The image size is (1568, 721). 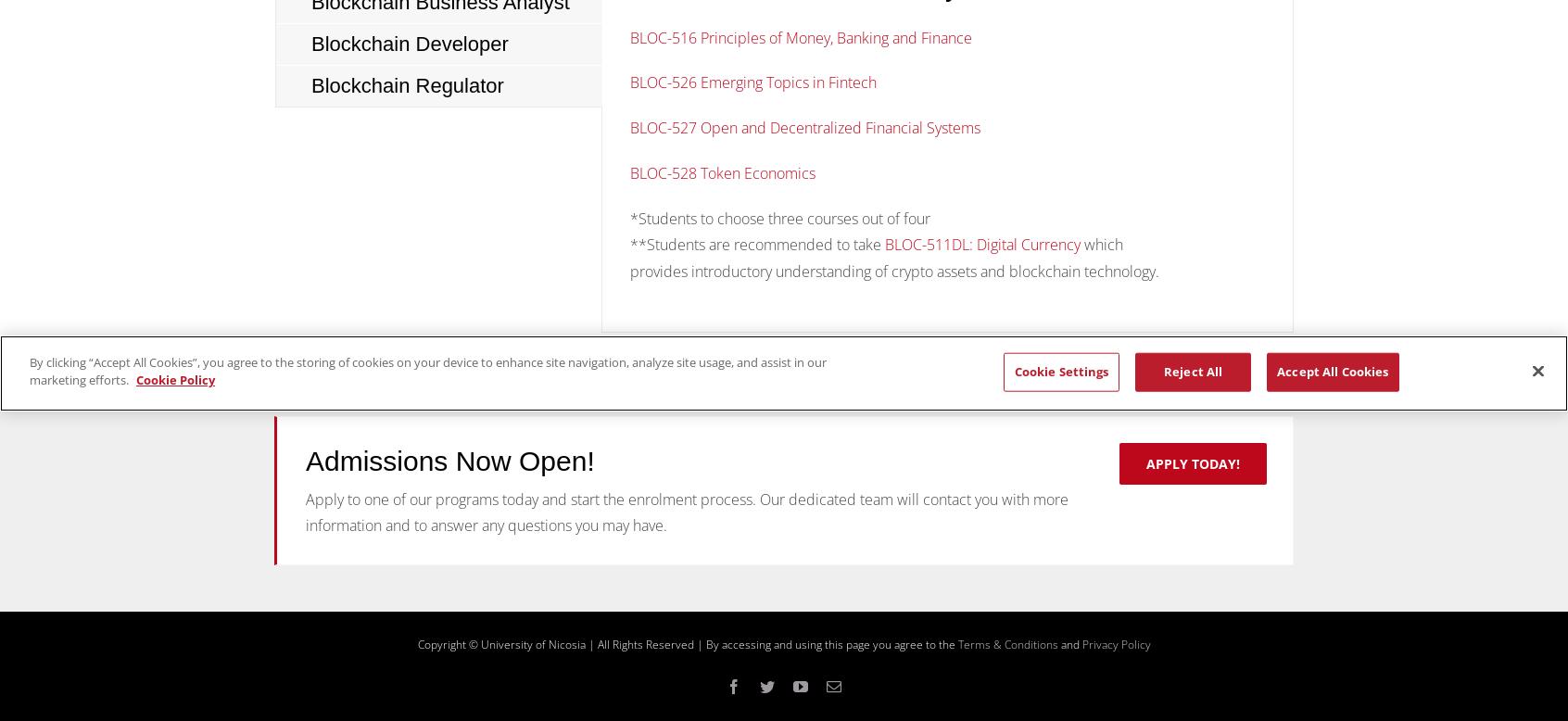 I want to click on 'BLOC-528 Token Economics', so click(x=724, y=172).